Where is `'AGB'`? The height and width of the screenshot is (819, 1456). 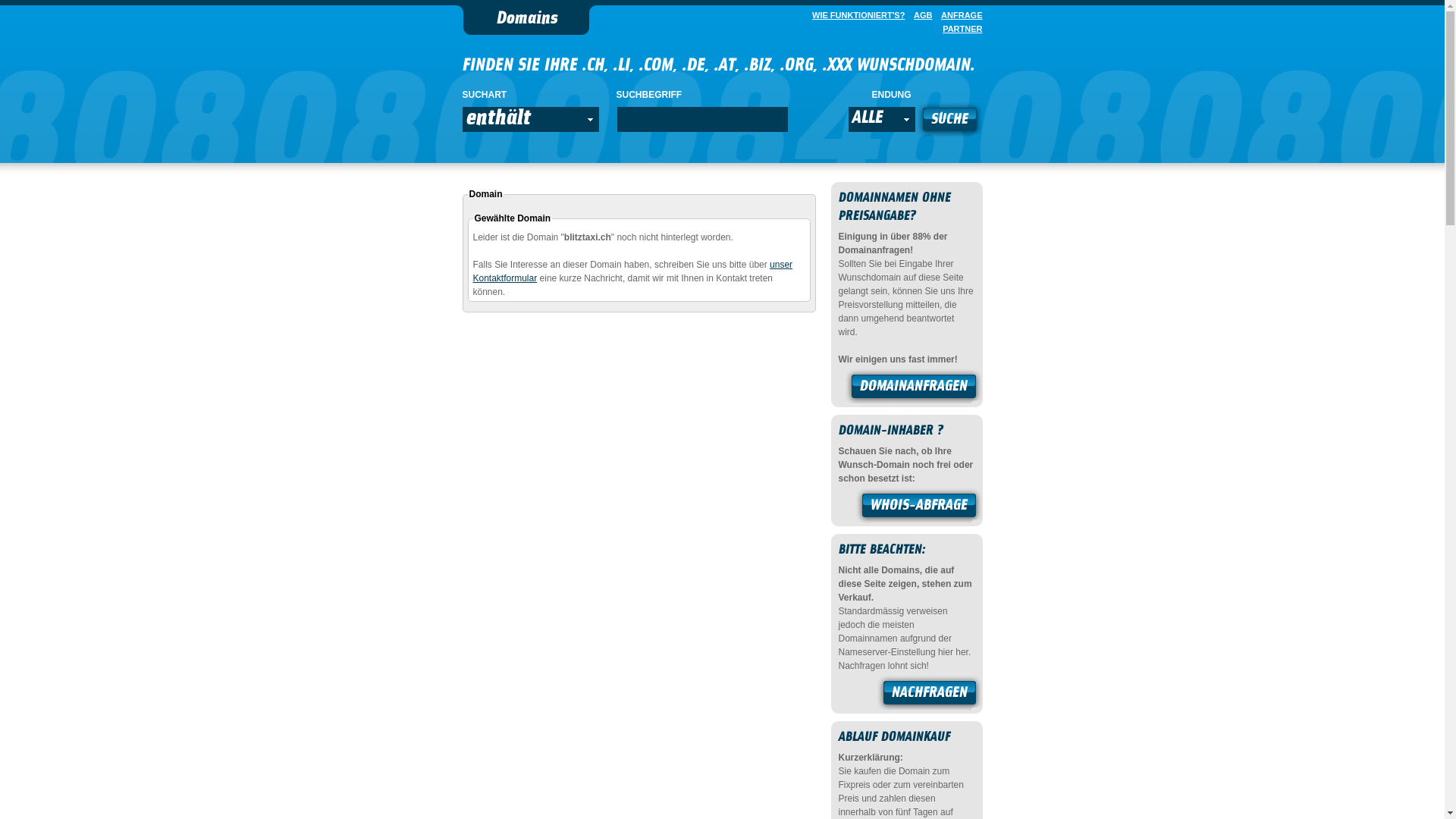
'AGB' is located at coordinates (919, 14).